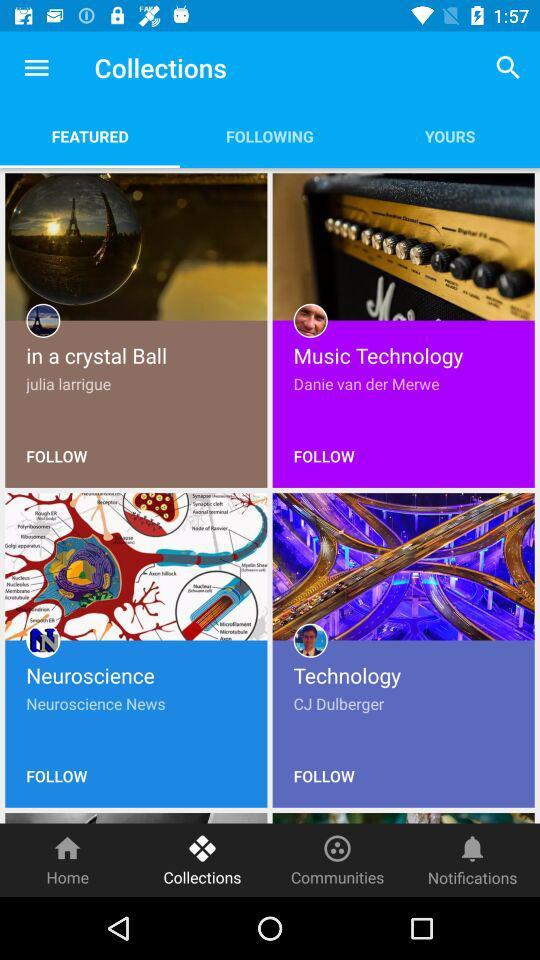 The width and height of the screenshot is (540, 960). What do you see at coordinates (36, 68) in the screenshot?
I see `the item to the left of collections item` at bounding box center [36, 68].